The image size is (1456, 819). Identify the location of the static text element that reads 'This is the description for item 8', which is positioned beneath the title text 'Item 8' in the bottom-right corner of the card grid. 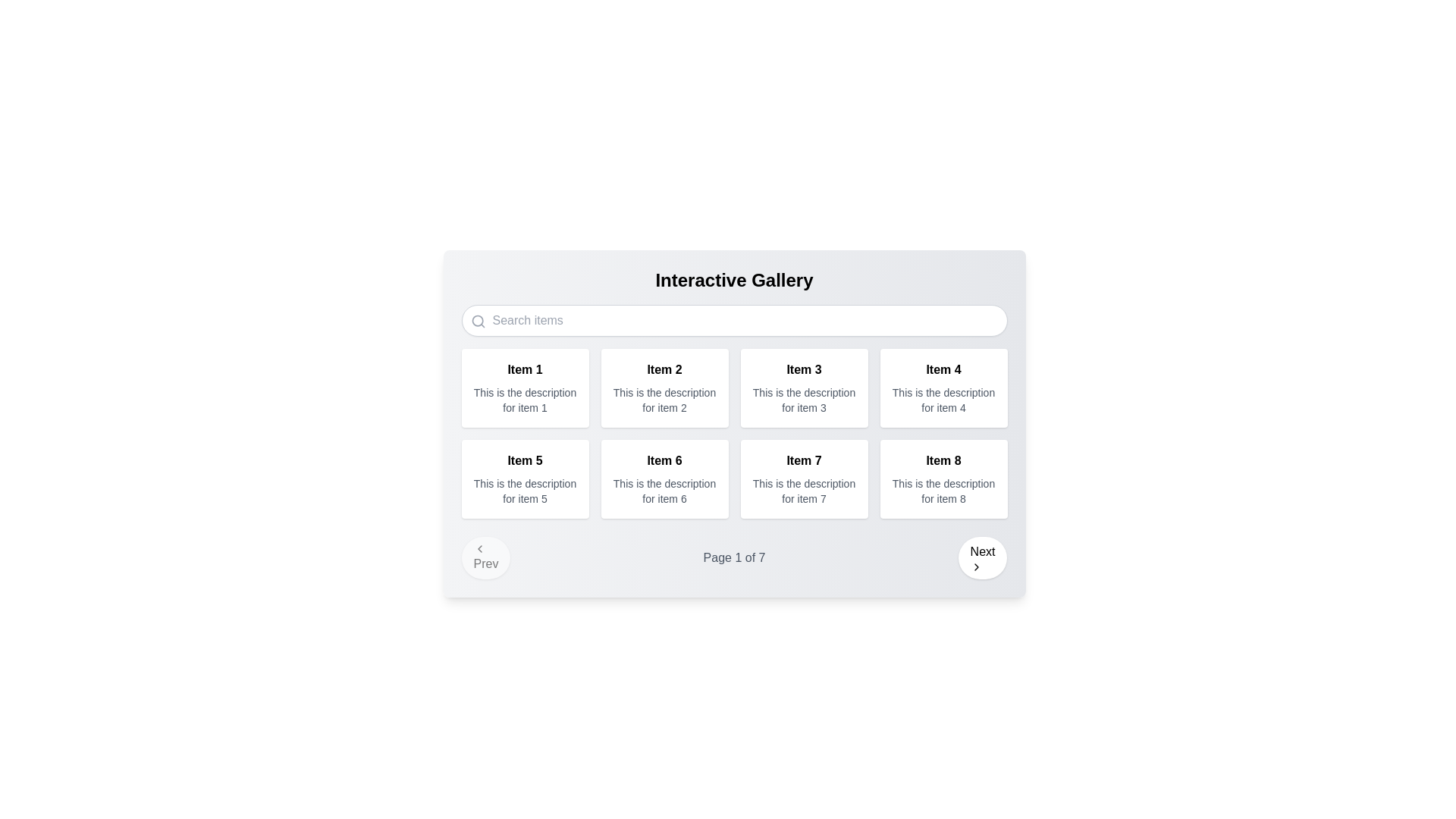
(943, 491).